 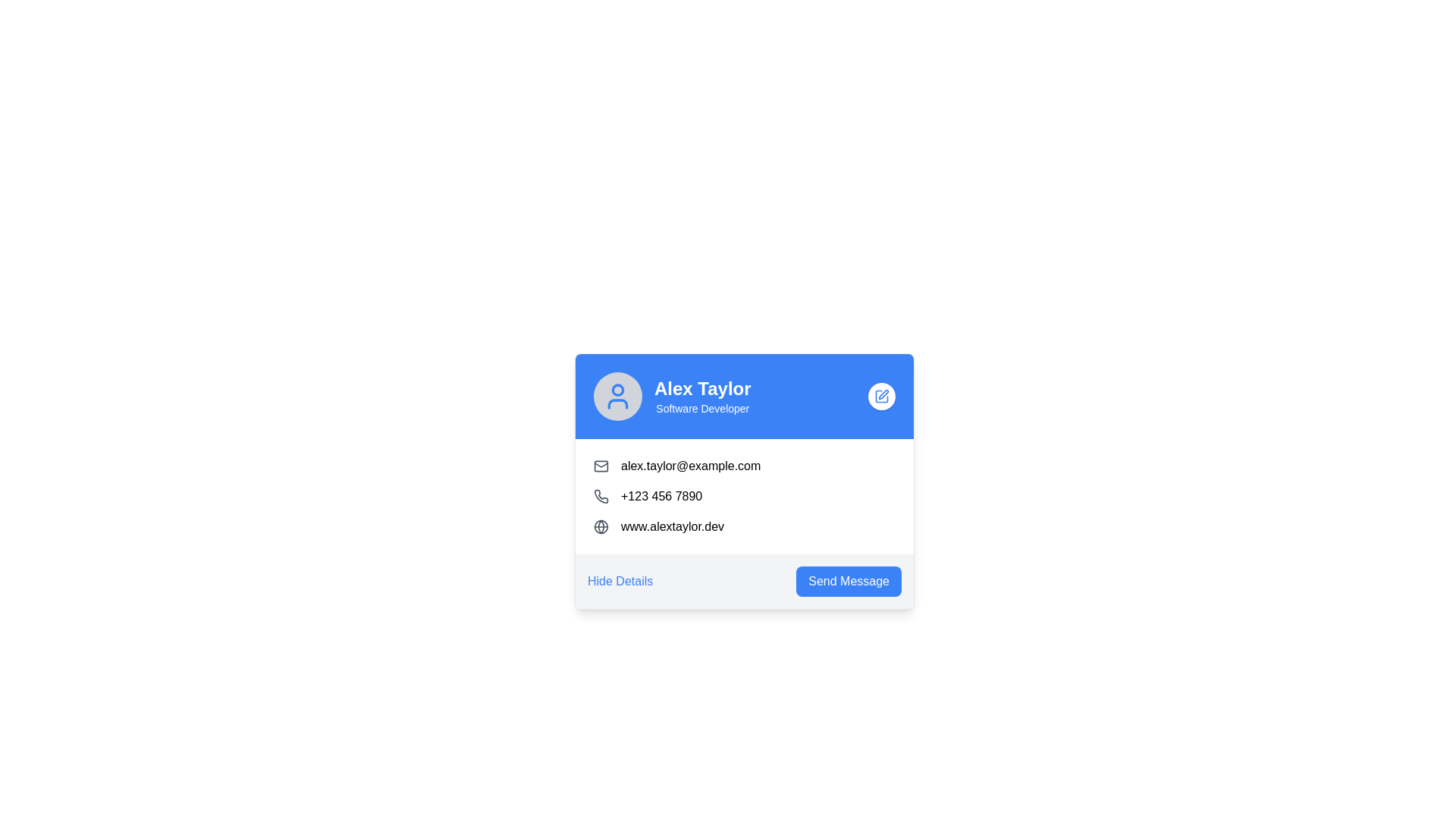 I want to click on the text label displaying the name of the person in the card interface, located in the top portion of the card, to the right of the avatar icon, so click(x=701, y=388).